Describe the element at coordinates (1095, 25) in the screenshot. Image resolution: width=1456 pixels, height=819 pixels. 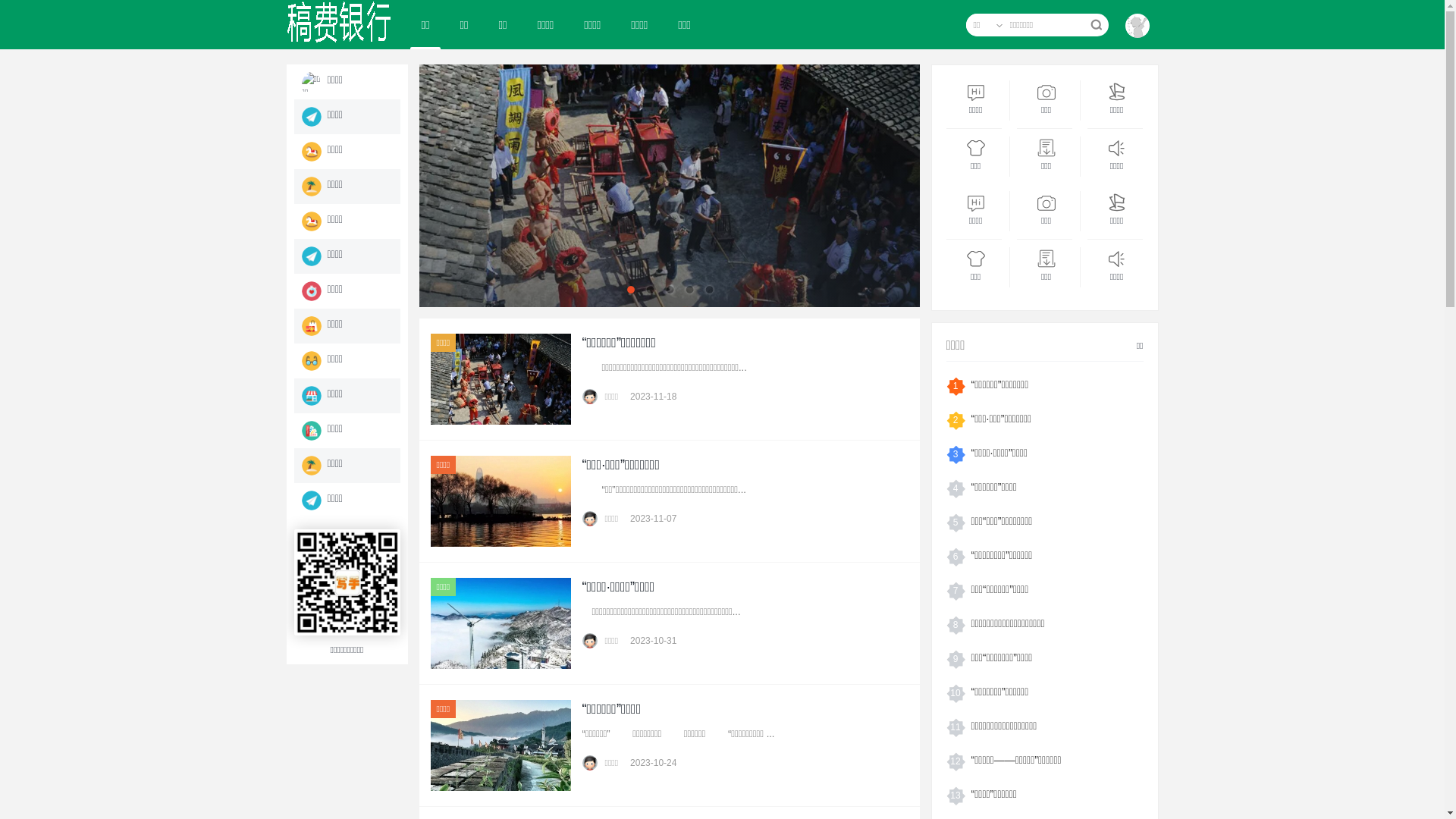
I see `'true'` at that location.